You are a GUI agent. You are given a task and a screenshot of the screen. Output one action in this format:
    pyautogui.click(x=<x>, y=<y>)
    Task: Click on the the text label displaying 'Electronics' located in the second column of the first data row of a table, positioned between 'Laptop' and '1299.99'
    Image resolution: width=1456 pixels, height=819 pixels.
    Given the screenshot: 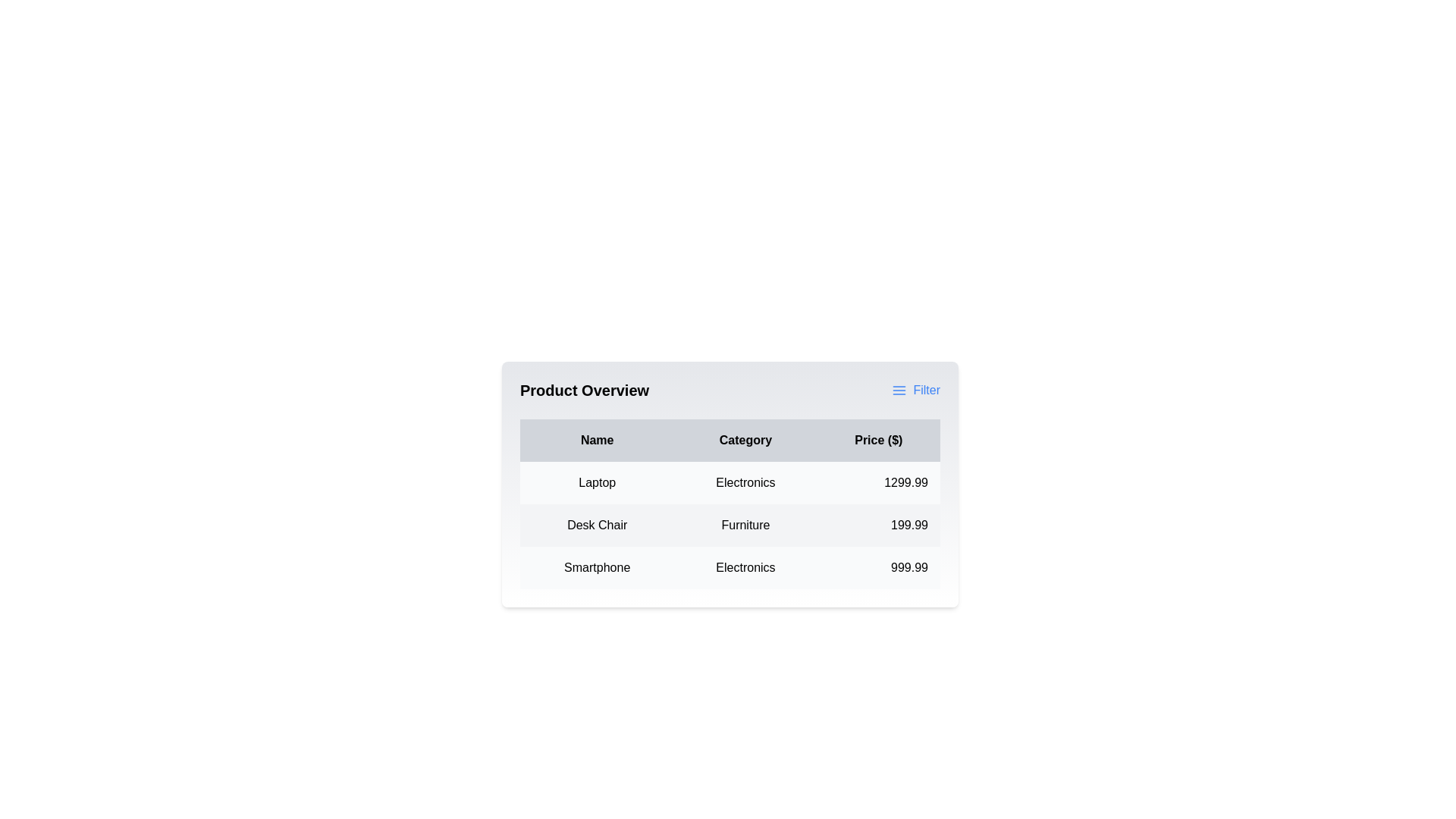 What is the action you would take?
    pyautogui.click(x=745, y=482)
    